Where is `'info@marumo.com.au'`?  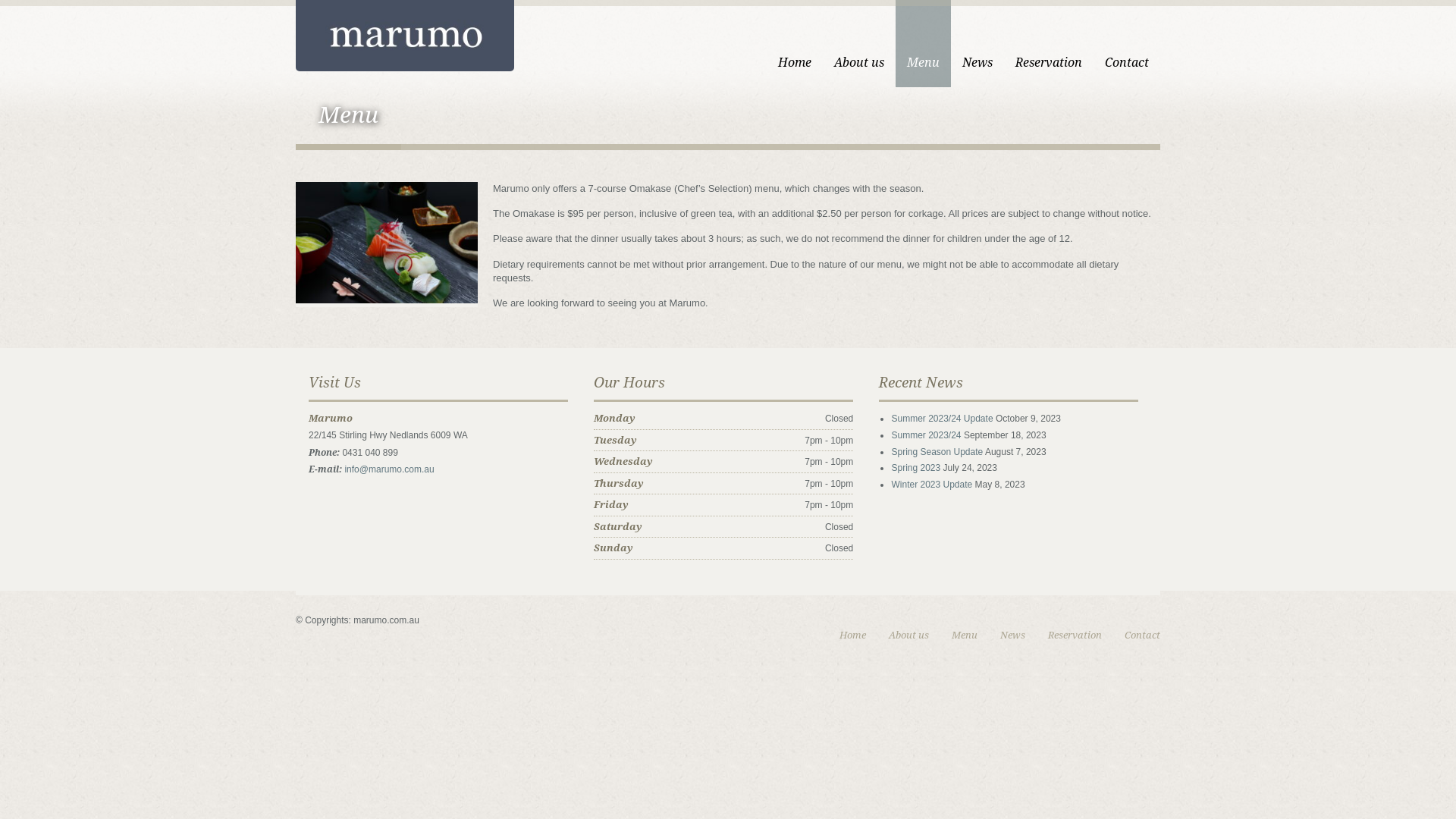
'info@marumo.com.au' is located at coordinates (344, 468).